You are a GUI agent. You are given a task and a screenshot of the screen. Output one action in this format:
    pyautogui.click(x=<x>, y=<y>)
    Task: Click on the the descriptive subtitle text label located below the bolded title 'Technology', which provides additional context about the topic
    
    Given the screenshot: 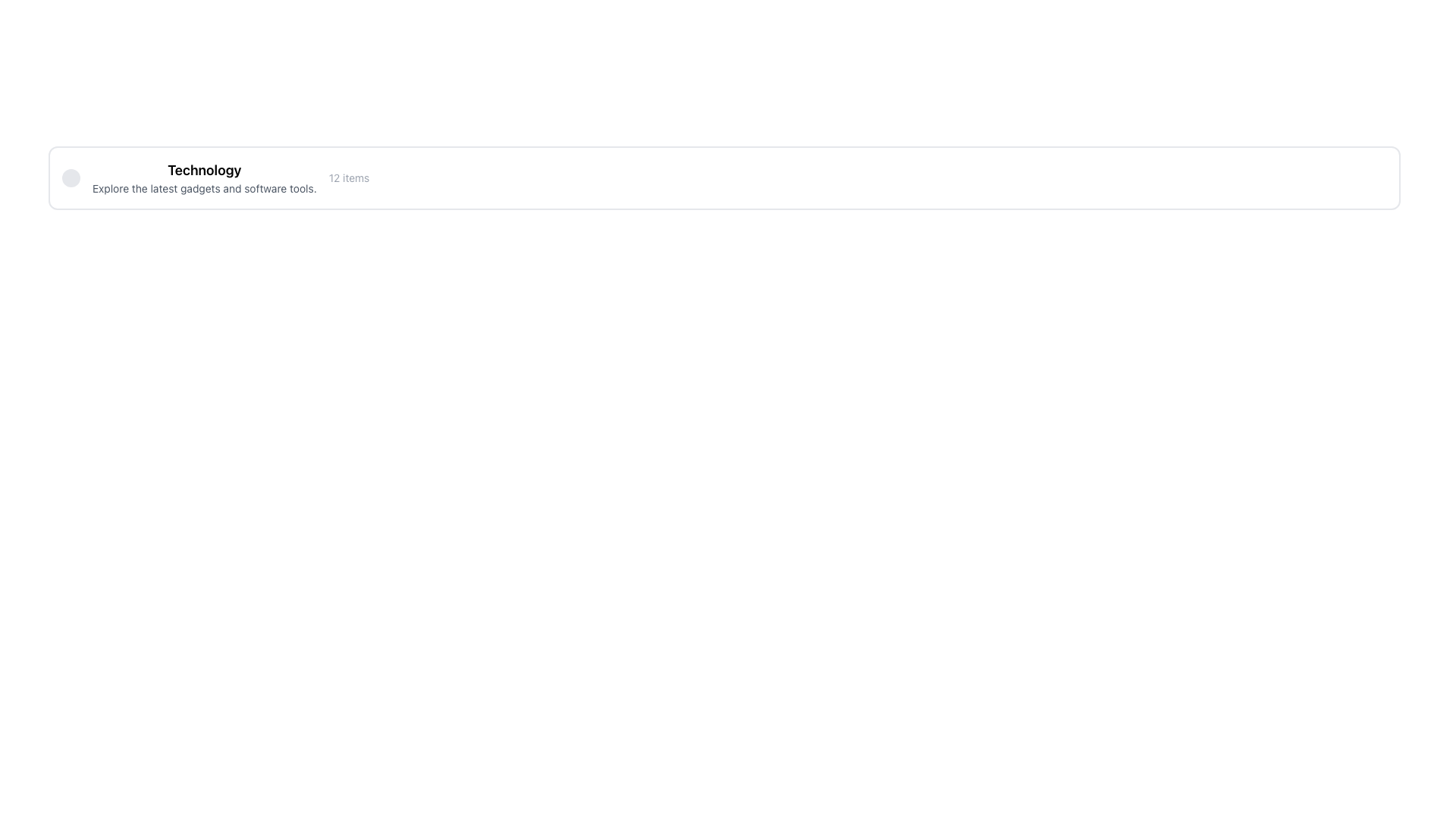 What is the action you would take?
    pyautogui.click(x=203, y=188)
    